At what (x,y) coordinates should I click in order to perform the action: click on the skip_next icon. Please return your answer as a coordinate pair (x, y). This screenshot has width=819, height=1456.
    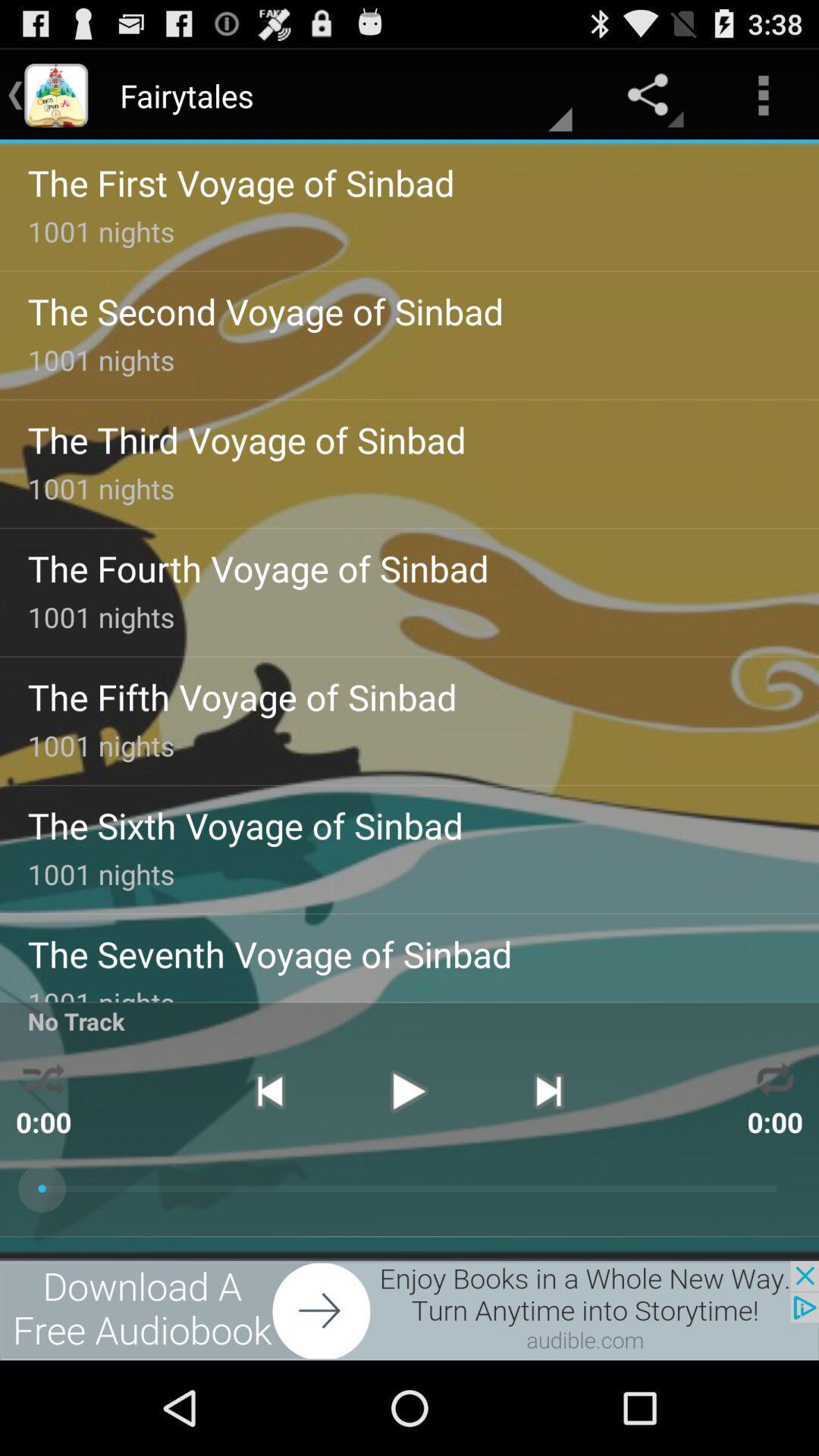
    Looking at the image, I should click on (548, 1166).